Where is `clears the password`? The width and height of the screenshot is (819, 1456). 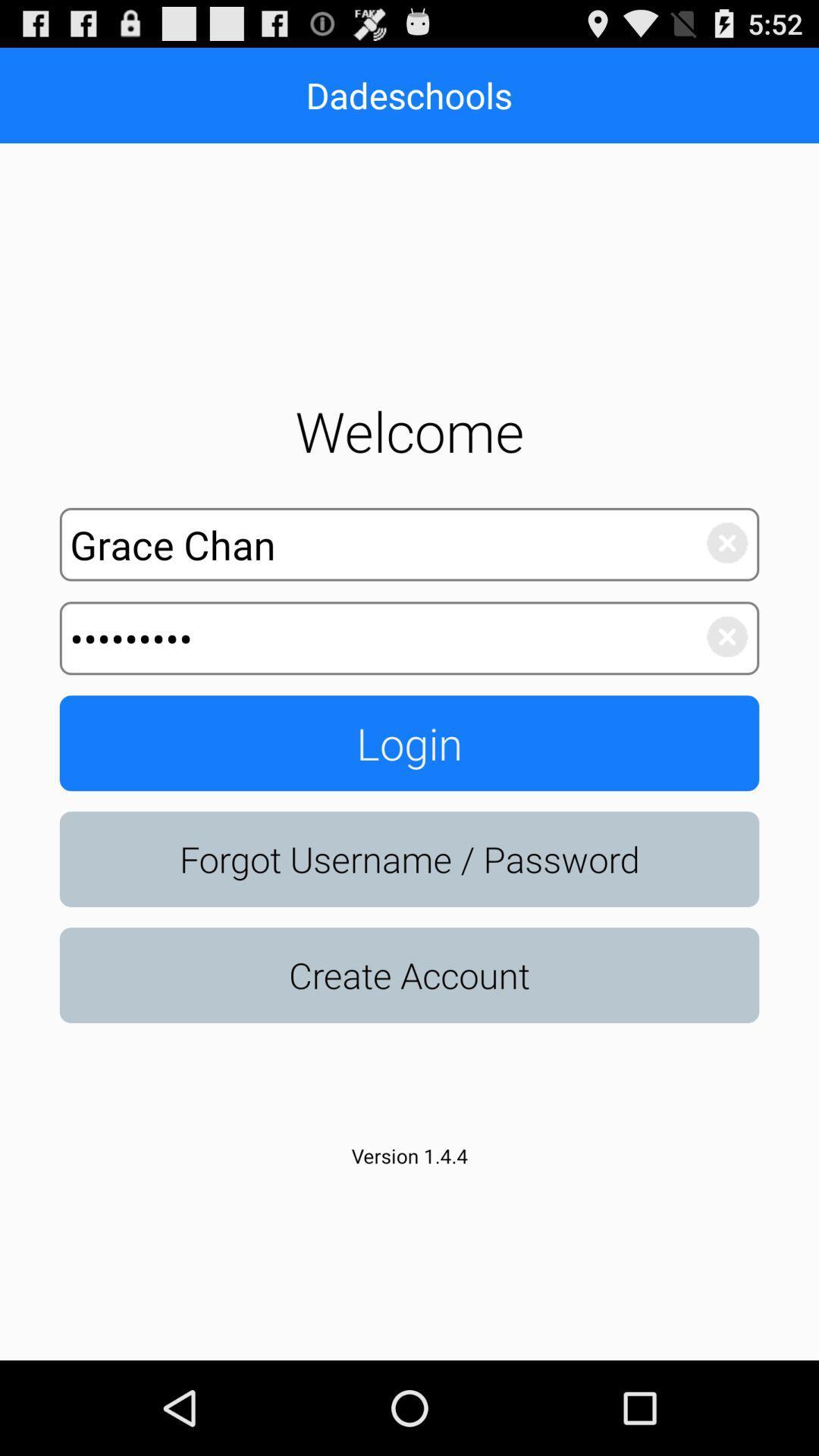
clears the password is located at coordinates (718, 638).